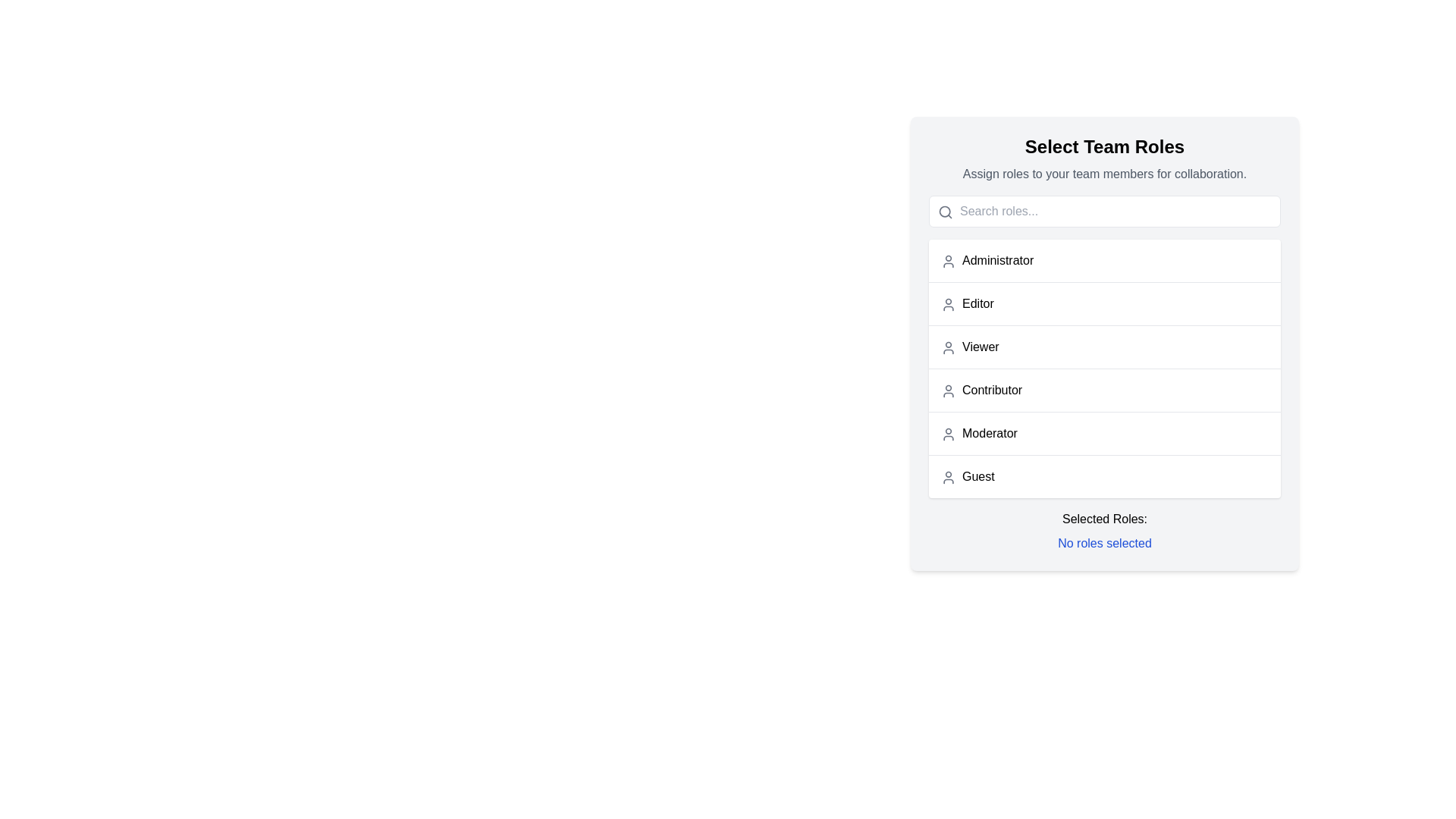  I want to click on the SVG Circle Shape that represents the lens of the magnifying glass icon located on the left side of the search input field, so click(944, 212).